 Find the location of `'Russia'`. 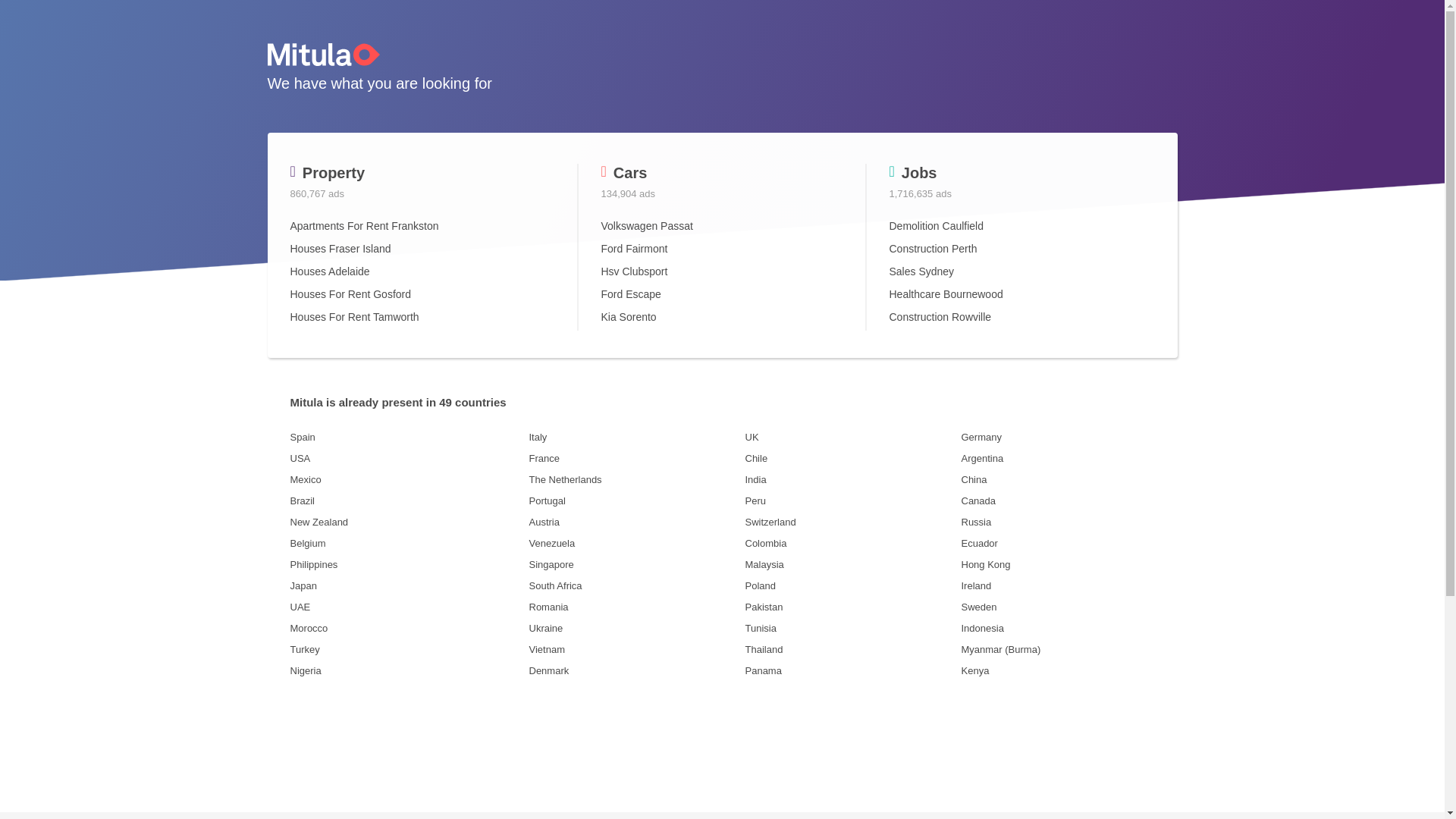

'Russia' is located at coordinates (1057, 522).